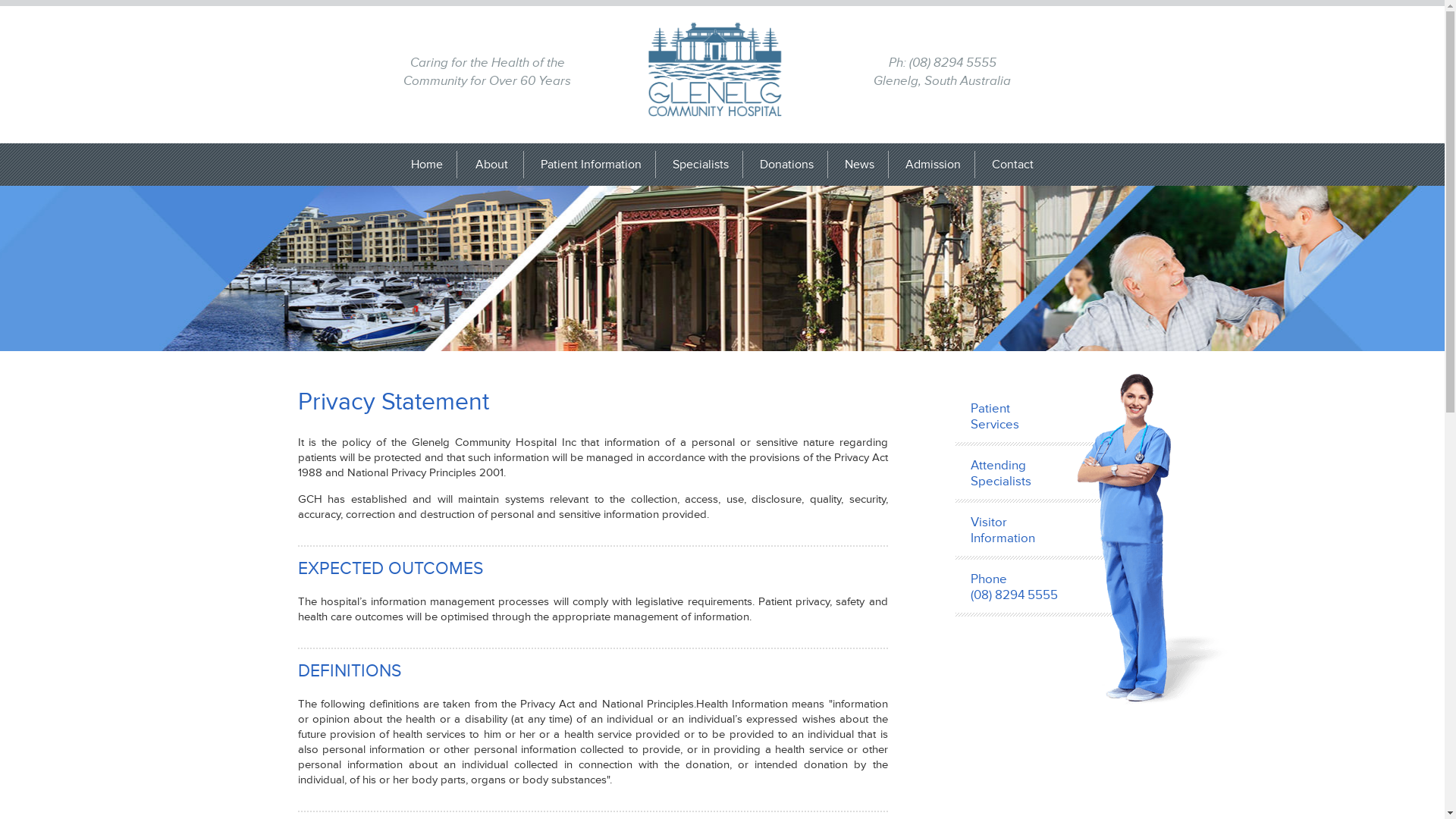 This screenshot has height=819, width=1456. What do you see at coordinates (1054, 530) in the screenshot?
I see `'Visitor` at bounding box center [1054, 530].